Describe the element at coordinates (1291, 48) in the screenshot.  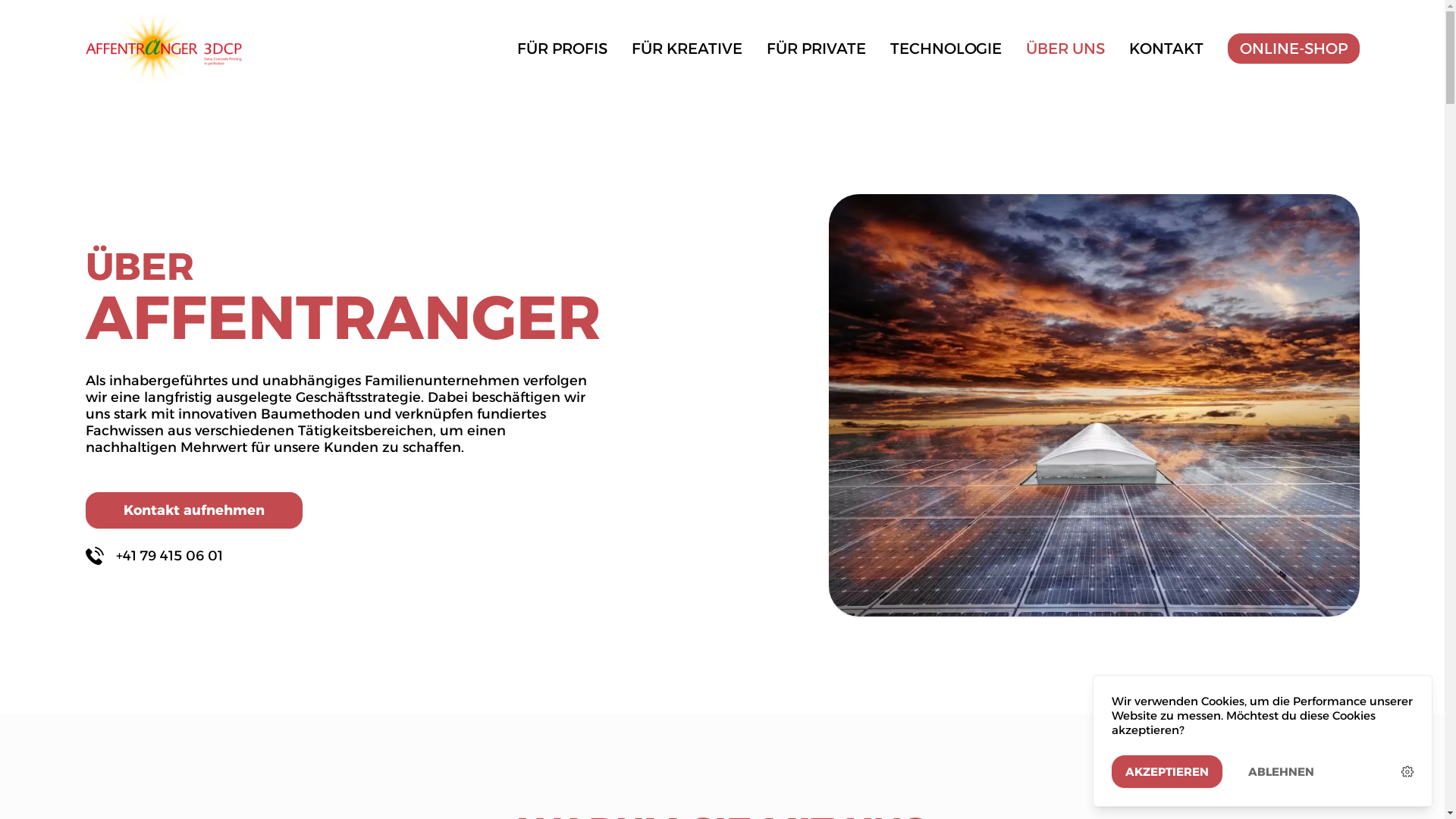
I see `'ONLINE-SHOP'` at that location.